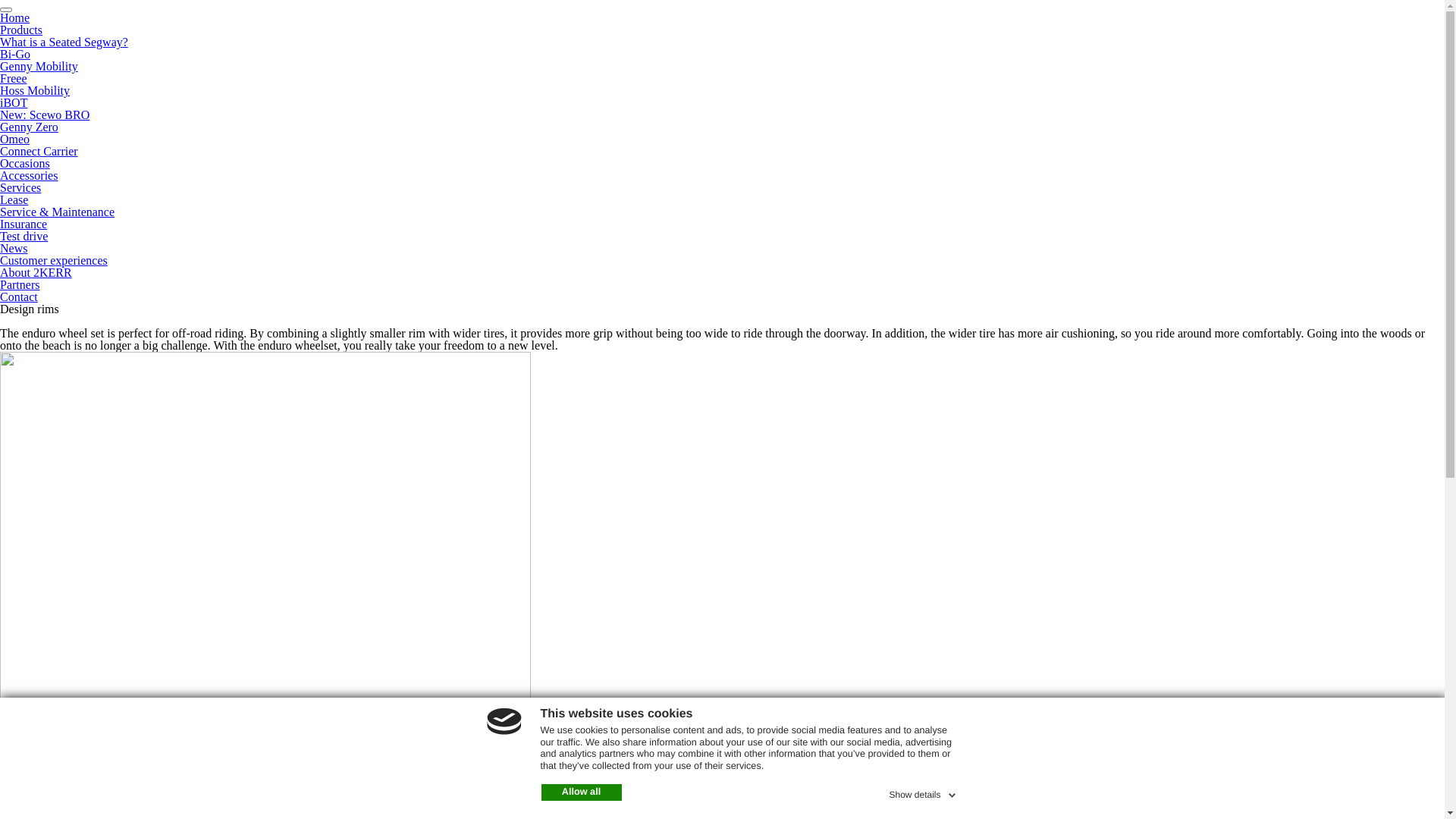 The height and width of the screenshot is (819, 1456). Describe the element at coordinates (14, 53) in the screenshot. I see `'Bi-Go'` at that location.